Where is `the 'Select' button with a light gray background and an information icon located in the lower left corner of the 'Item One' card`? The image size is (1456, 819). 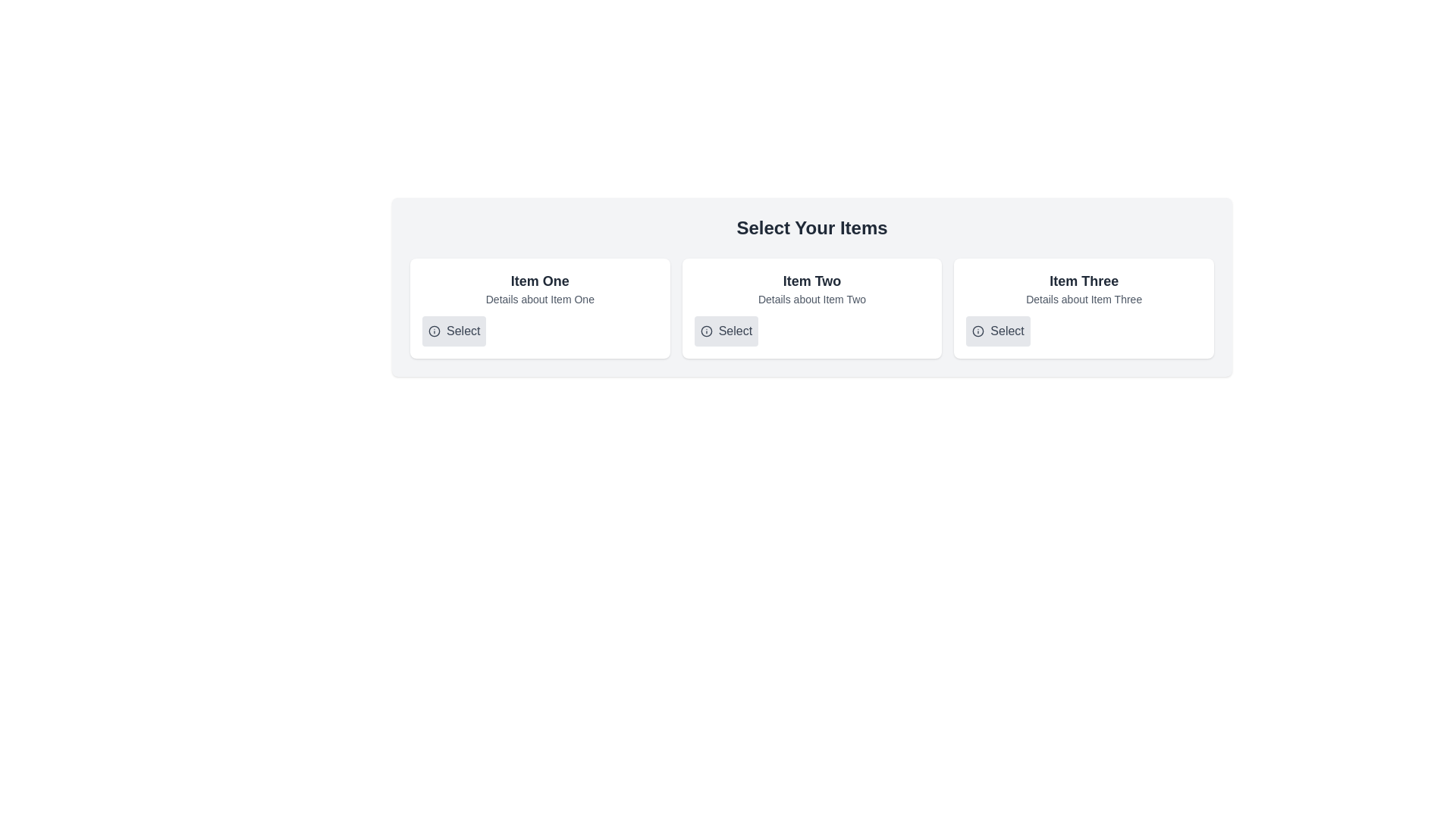
the 'Select' button with a light gray background and an information icon located in the lower left corner of the 'Item One' card is located at coordinates (453, 330).